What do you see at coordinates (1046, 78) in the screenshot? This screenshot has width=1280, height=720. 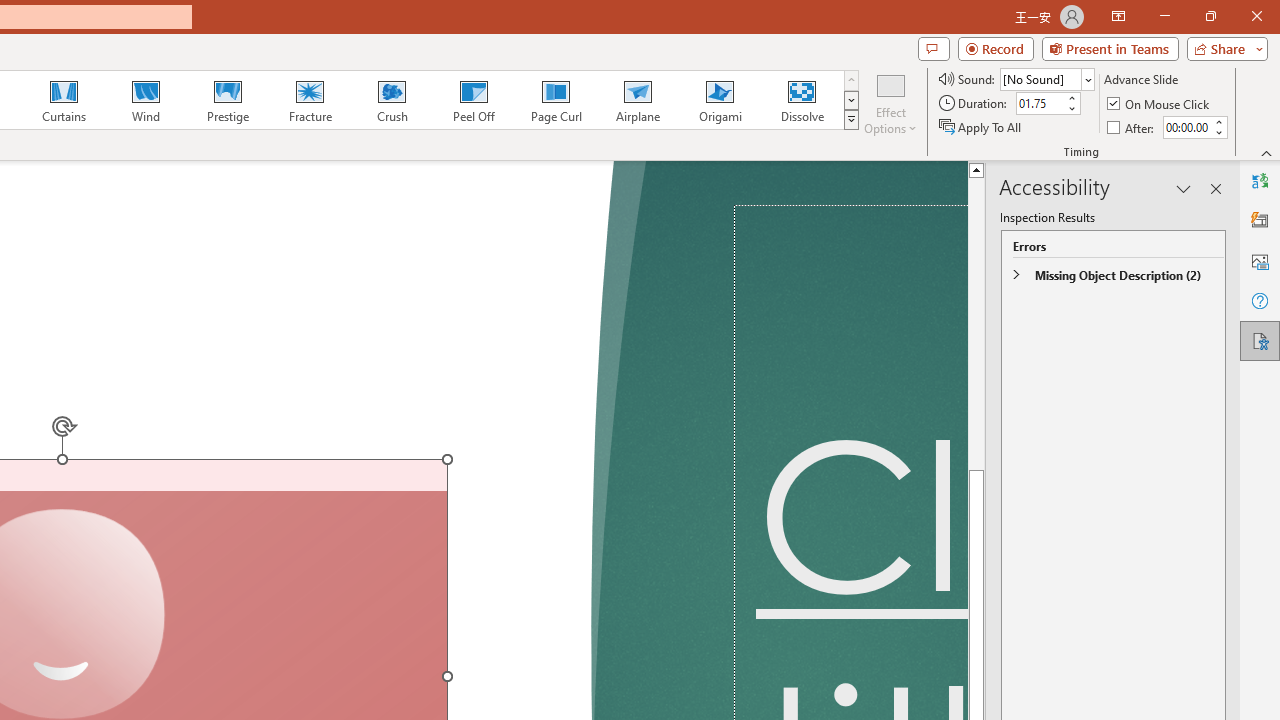 I see `'Sound'` at bounding box center [1046, 78].